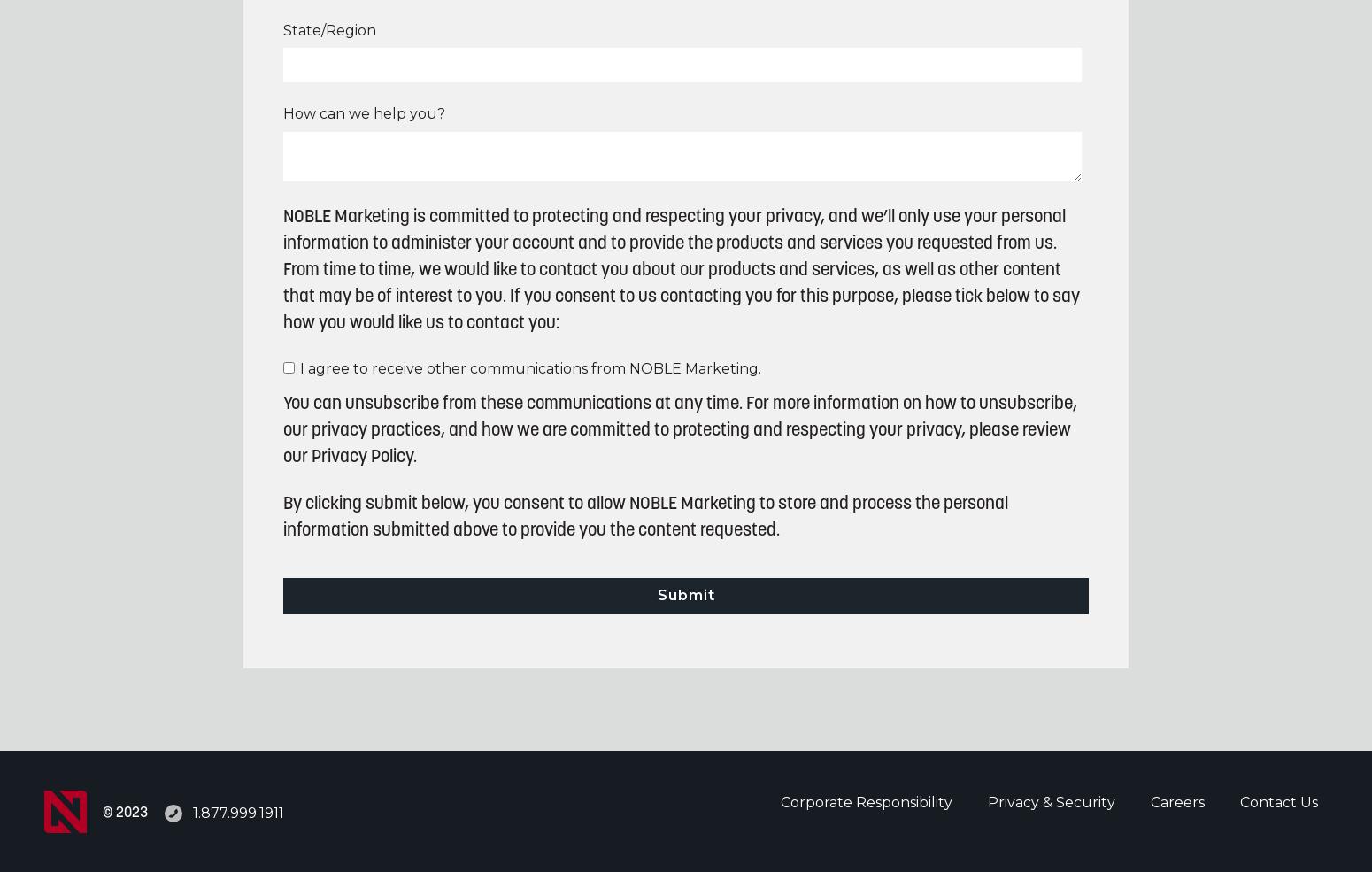  I want to click on 'I agree to receive other communications from NOBLE Marketing.', so click(529, 367).